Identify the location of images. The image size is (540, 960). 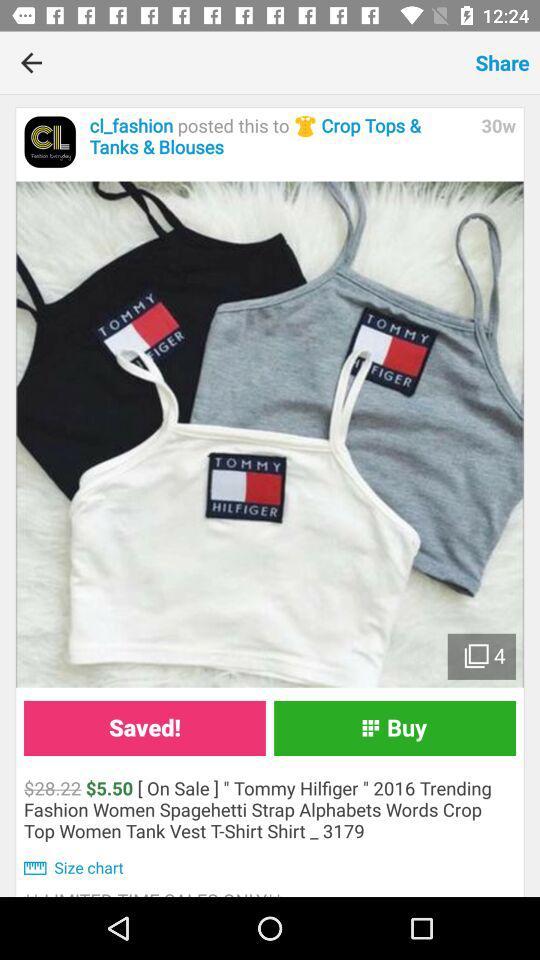
(270, 434).